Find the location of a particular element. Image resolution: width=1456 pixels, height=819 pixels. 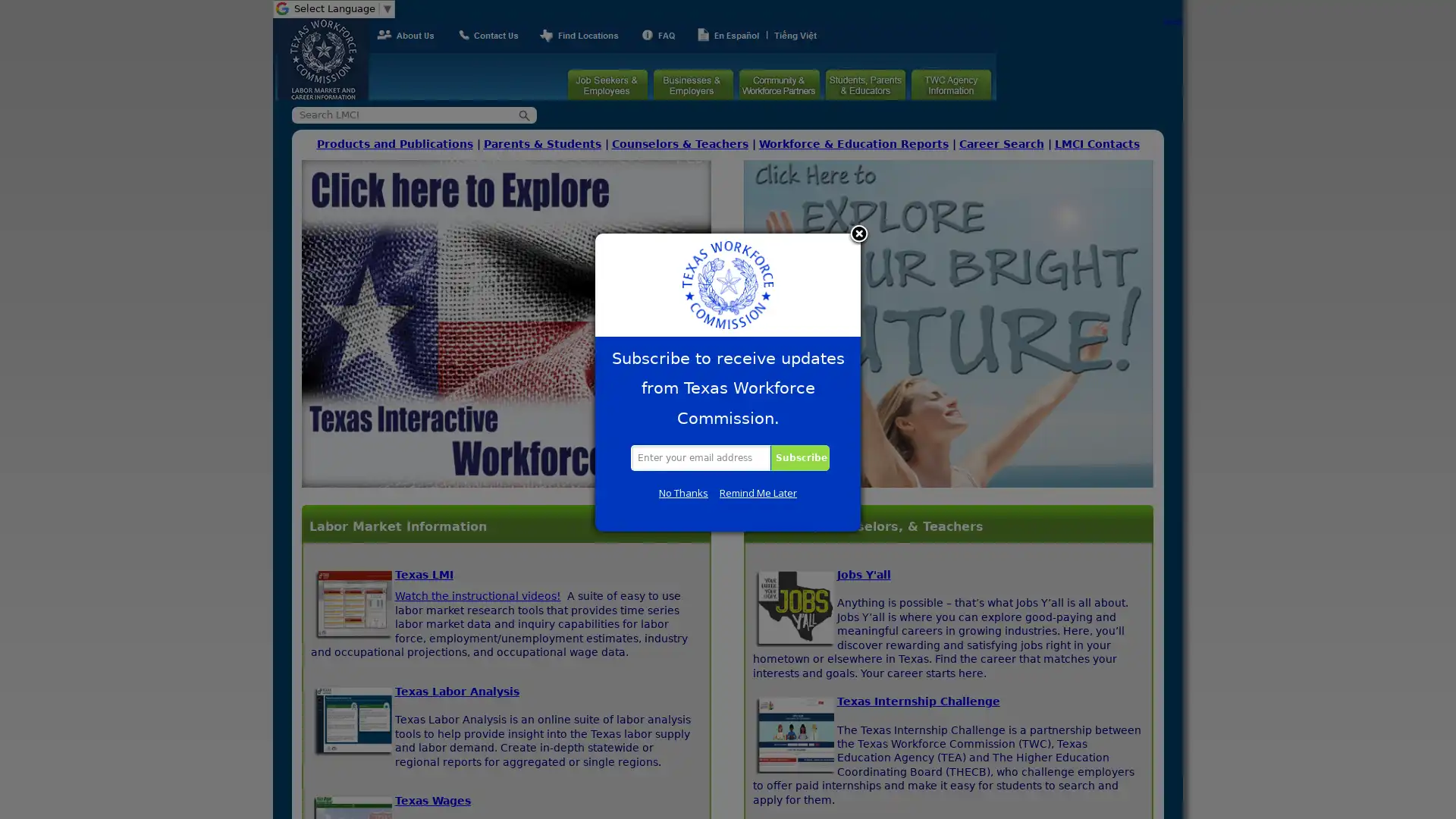

Remind Me Later is located at coordinates (758, 493).